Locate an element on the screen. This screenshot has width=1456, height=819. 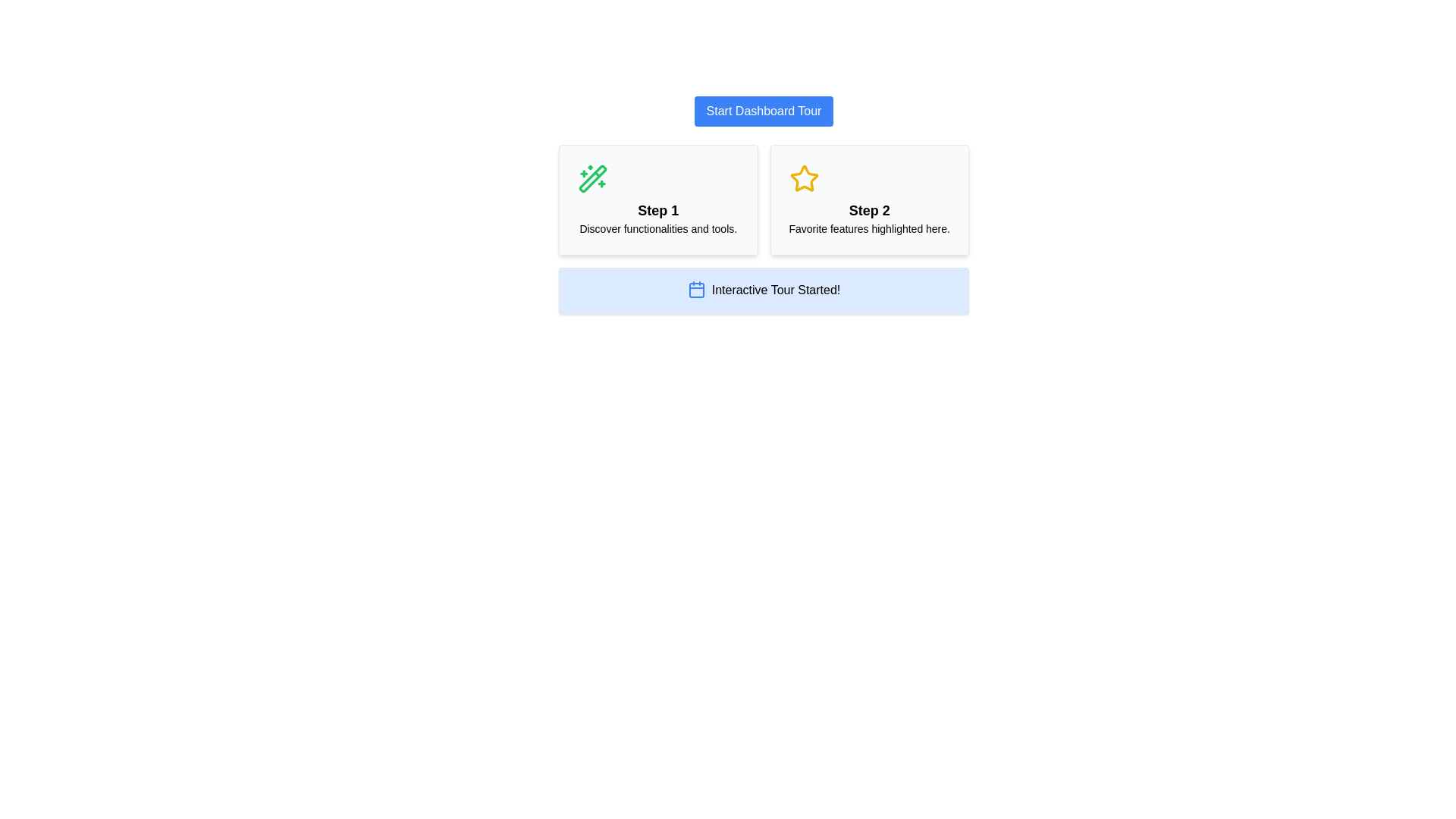
the Text Display element that shows 'Interactive Tour Started!' with a light blue background and rounded corners is located at coordinates (776, 290).